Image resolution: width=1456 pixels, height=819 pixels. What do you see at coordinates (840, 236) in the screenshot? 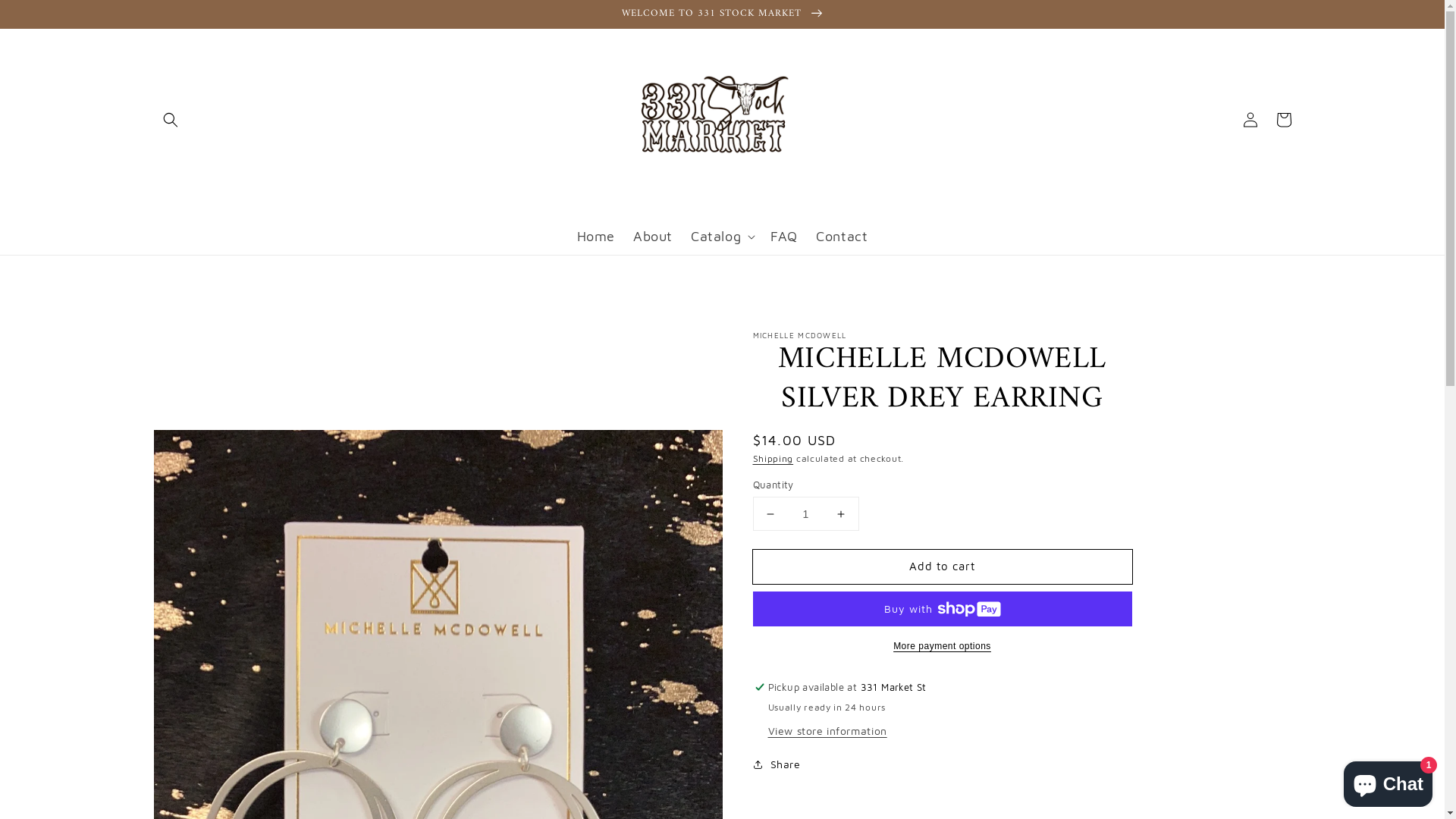
I see `'Contact'` at bounding box center [840, 236].